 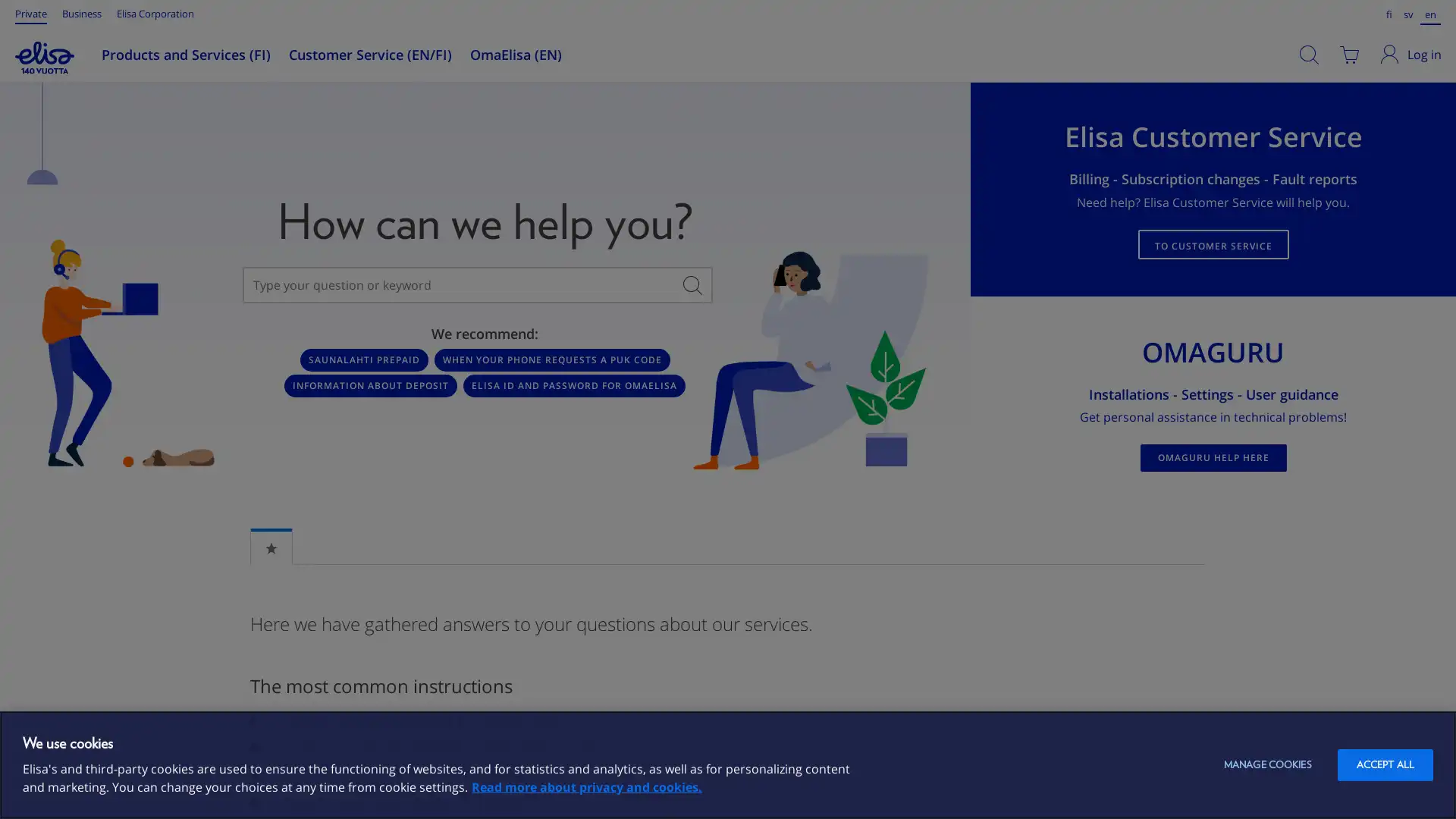 What do you see at coordinates (400, 171) in the screenshot?
I see `Continue shopping` at bounding box center [400, 171].